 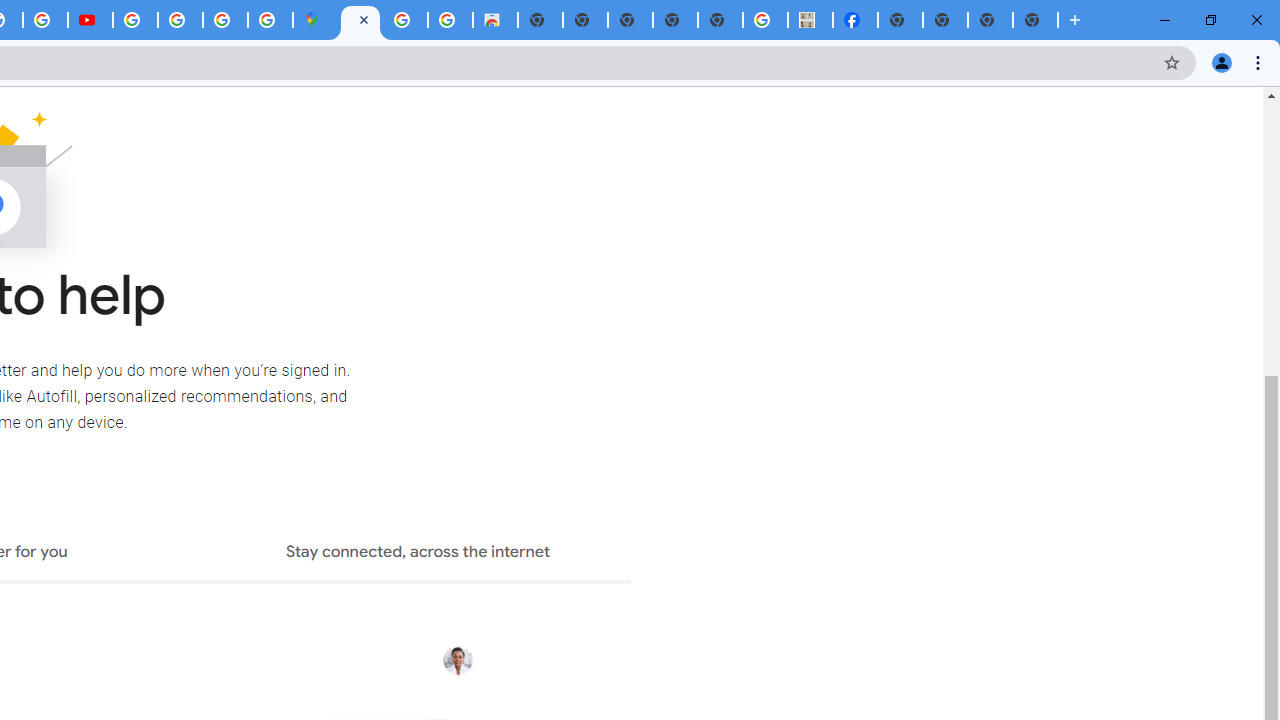 What do you see at coordinates (1035, 20) in the screenshot?
I see `'New Tab'` at bounding box center [1035, 20].